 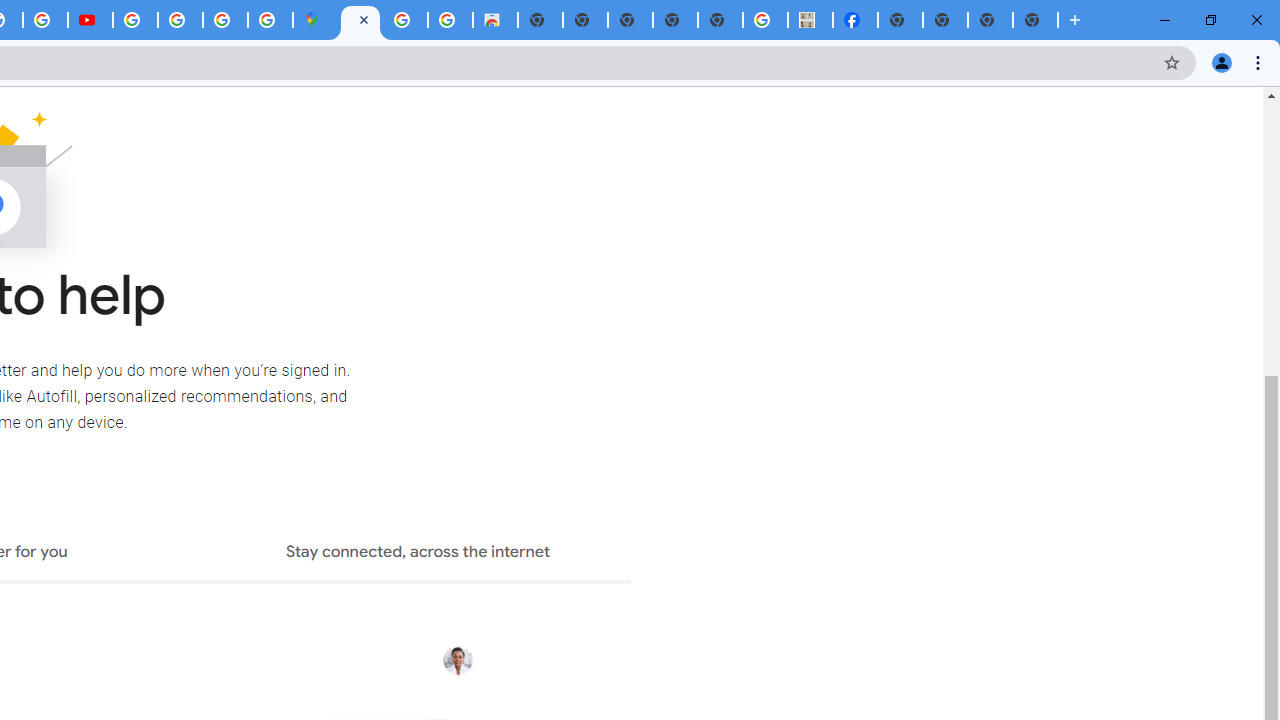 What do you see at coordinates (1035, 20) in the screenshot?
I see `'New Tab'` at bounding box center [1035, 20].